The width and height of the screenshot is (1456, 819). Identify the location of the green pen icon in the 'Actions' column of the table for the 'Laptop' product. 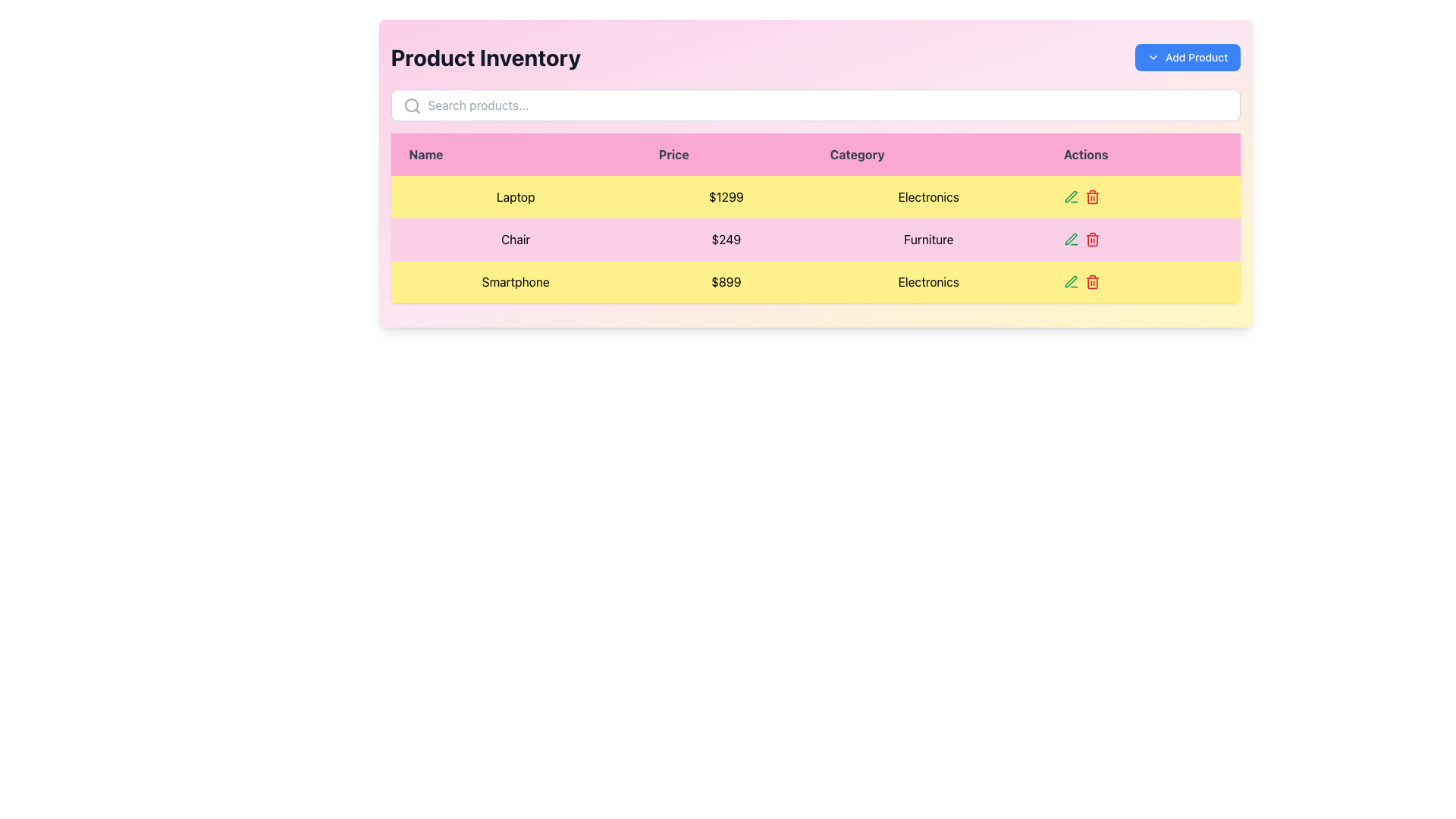
(1070, 196).